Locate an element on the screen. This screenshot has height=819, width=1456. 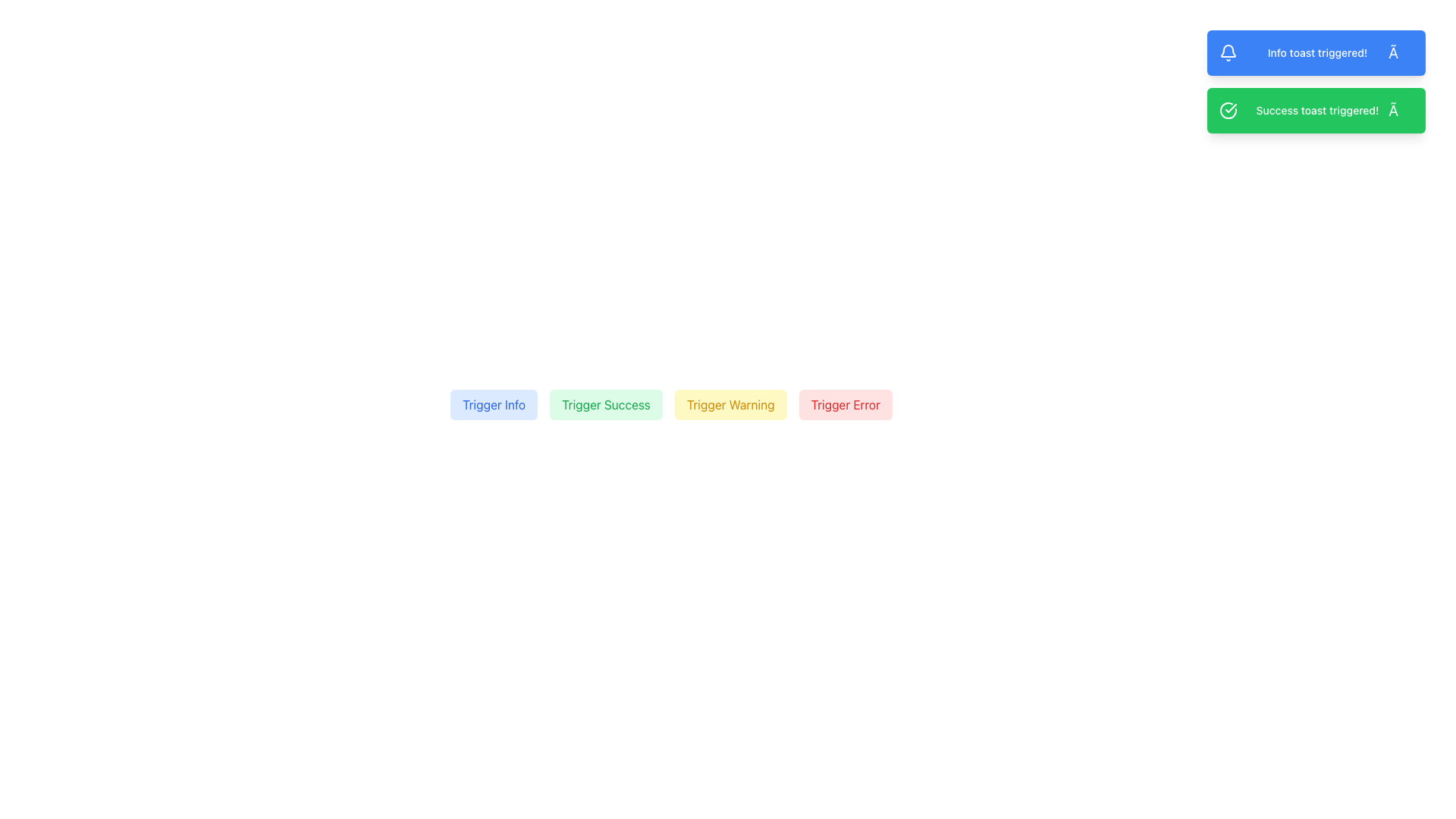
the warning button located between the 'Trigger Success' and 'Trigger Error' buttons is located at coordinates (670, 397).